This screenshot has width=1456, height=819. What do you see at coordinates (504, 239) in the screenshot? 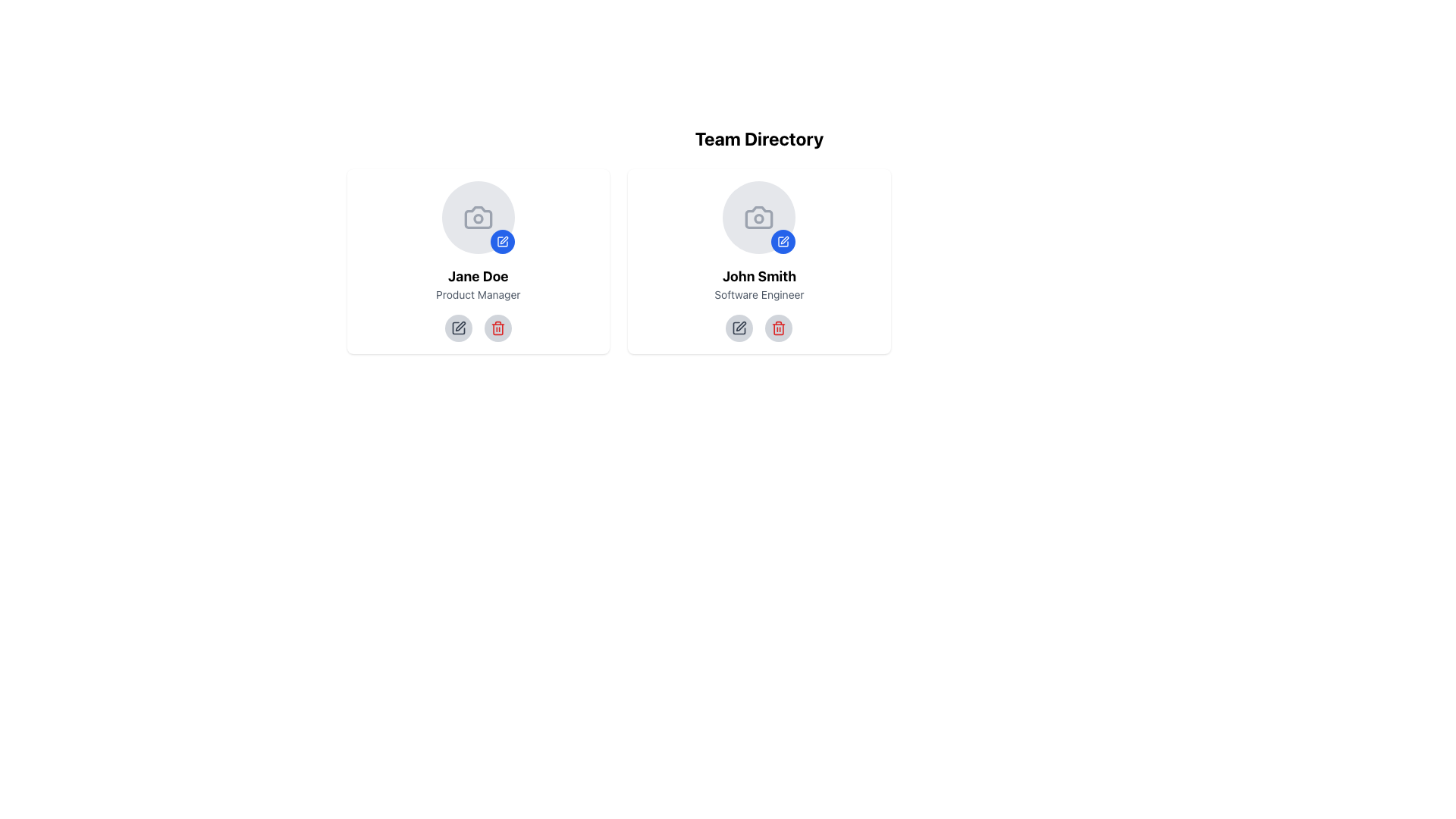
I see `the editing icon for the profile picture of 'Jane Doe', which is located near the image placeholder in the profile card` at bounding box center [504, 239].